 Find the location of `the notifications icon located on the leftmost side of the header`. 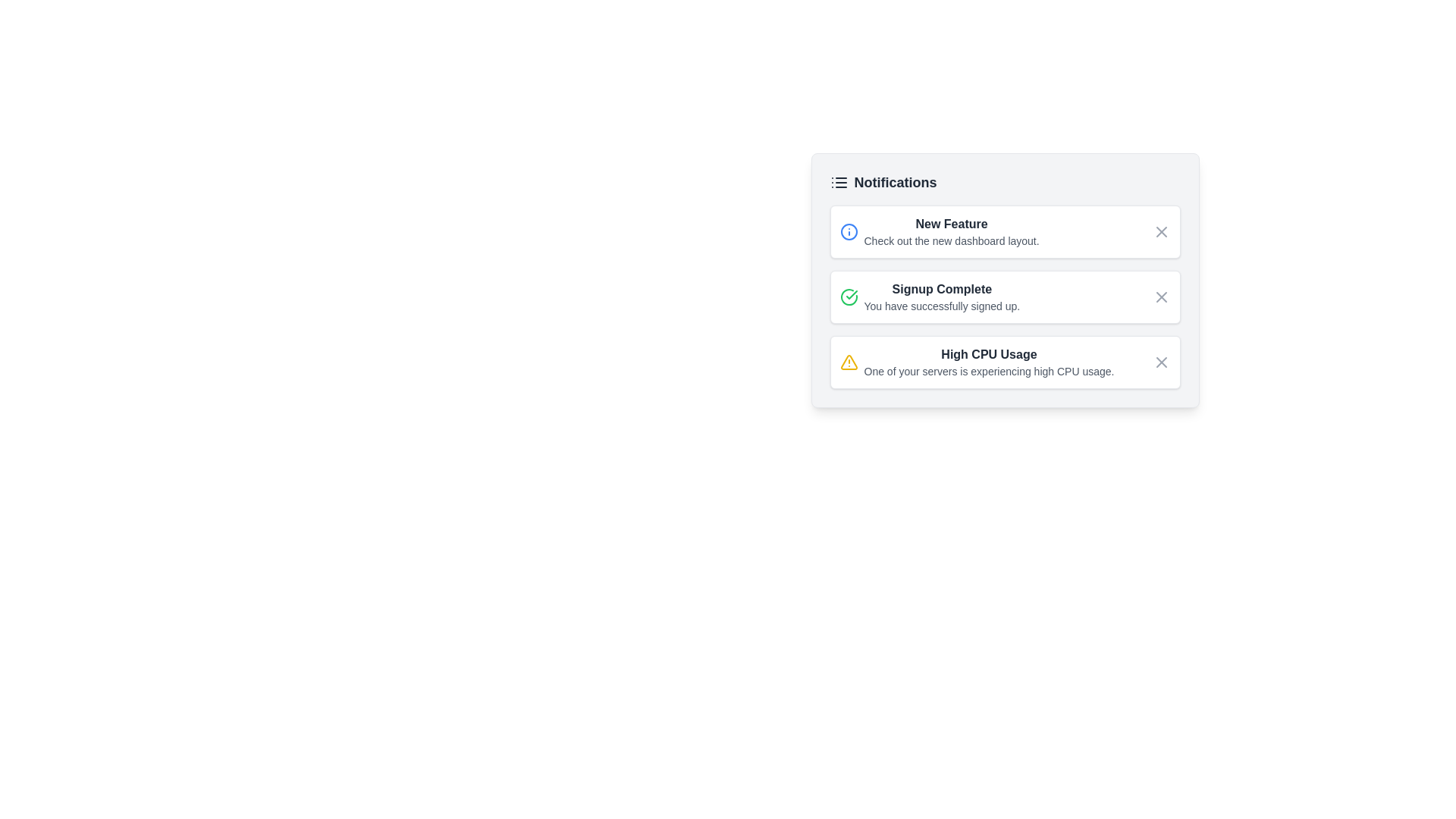

the notifications icon located on the leftmost side of the header is located at coordinates (838, 181).